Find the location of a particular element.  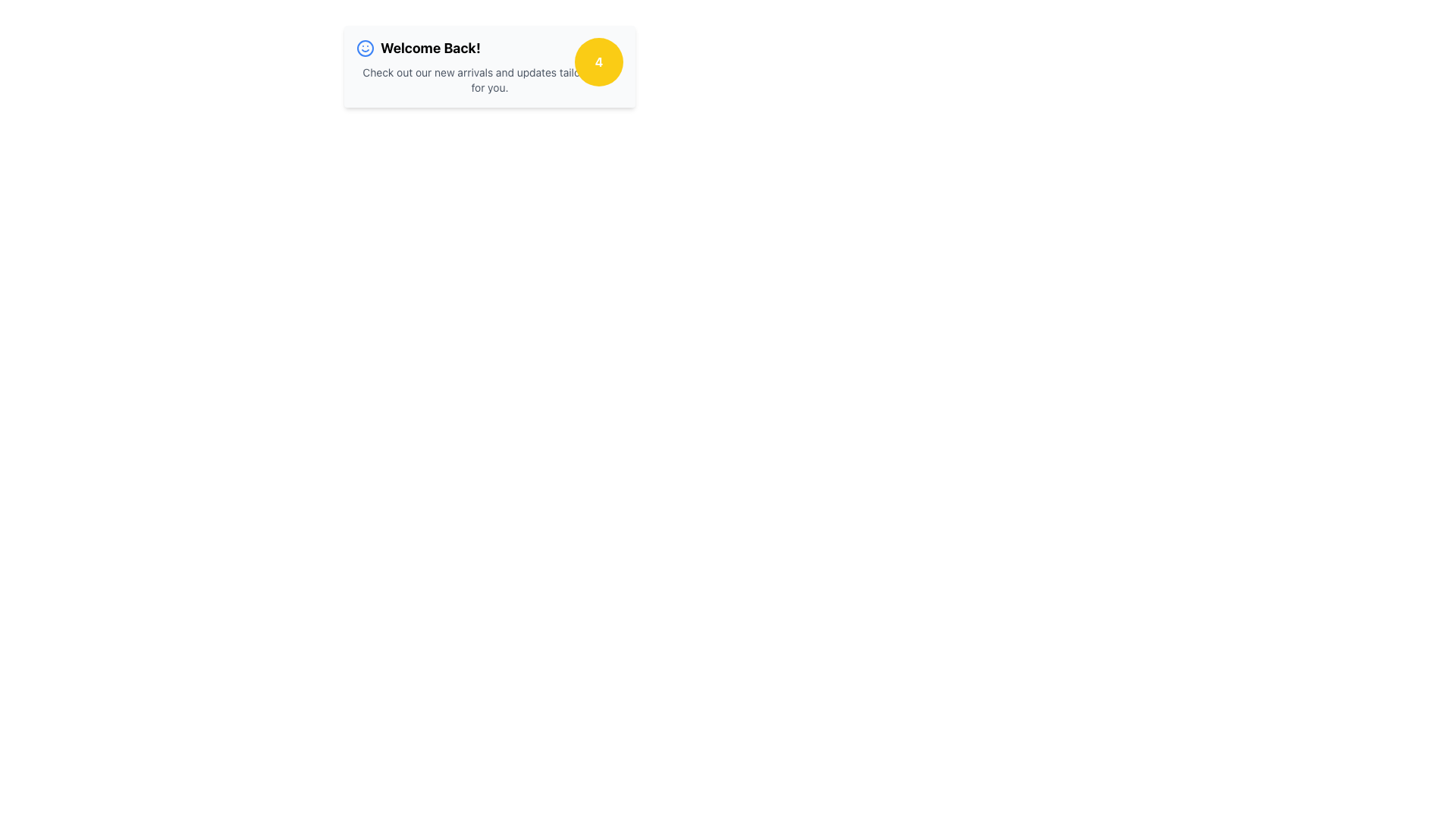

the Text Header element which serves as a welcoming message for the card, located at the top-center next to a blue smiley face icon is located at coordinates (429, 48).